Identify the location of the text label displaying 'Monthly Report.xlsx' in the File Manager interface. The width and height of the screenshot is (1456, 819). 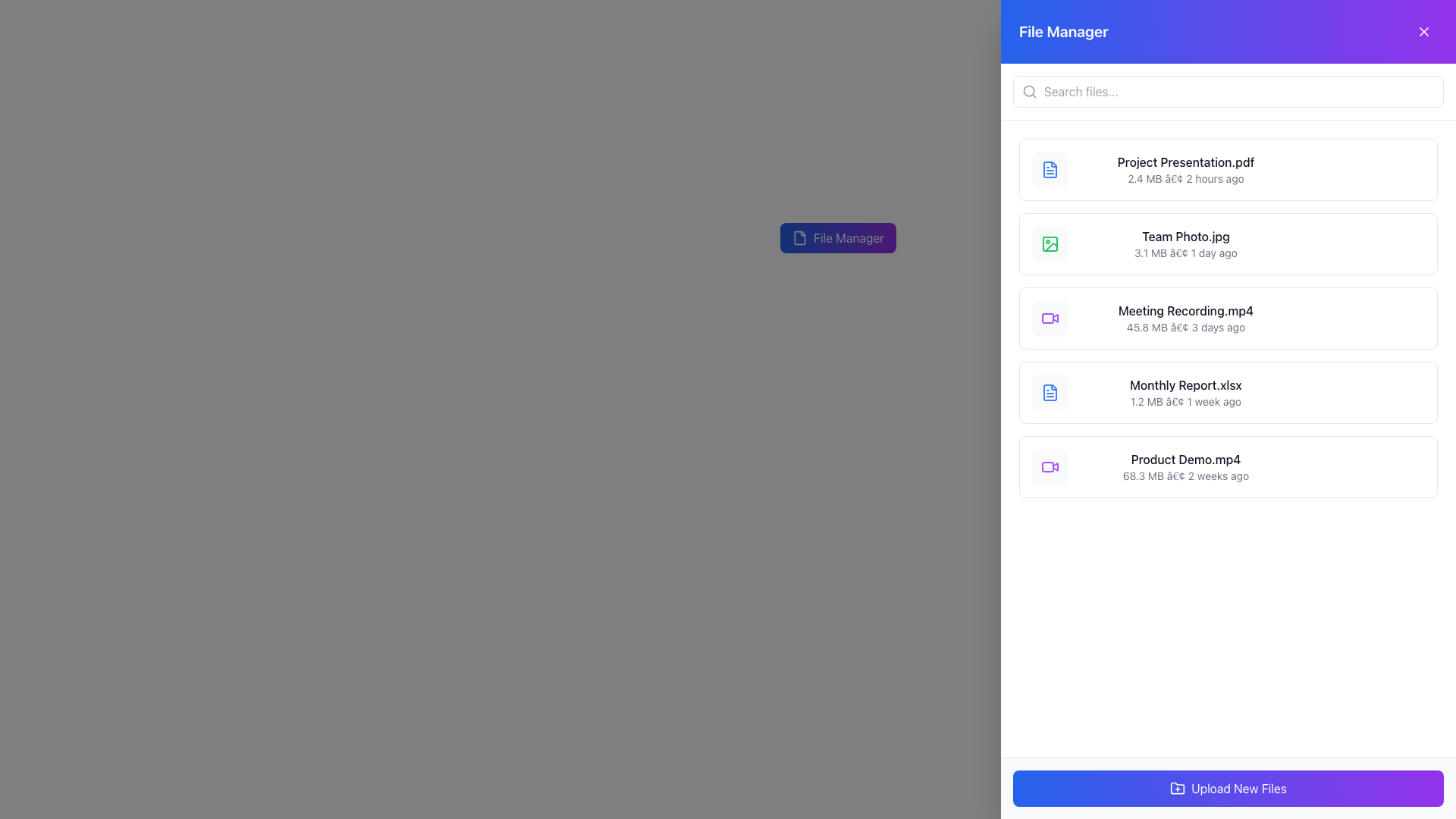
(1185, 384).